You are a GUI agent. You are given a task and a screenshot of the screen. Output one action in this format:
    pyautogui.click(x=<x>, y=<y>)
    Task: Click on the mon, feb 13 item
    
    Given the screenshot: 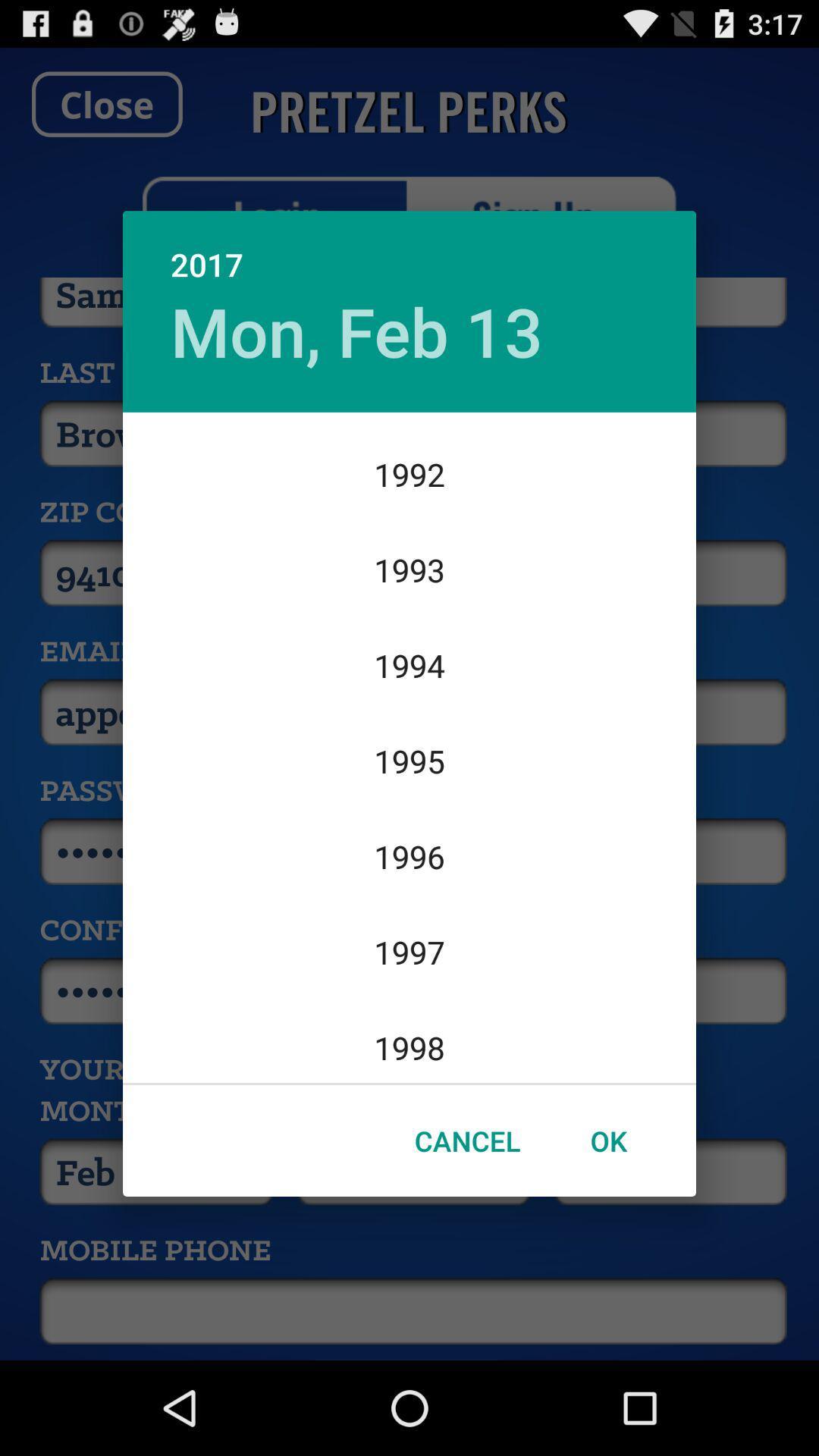 What is the action you would take?
    pyautogui.click(x=356, y=330)
    